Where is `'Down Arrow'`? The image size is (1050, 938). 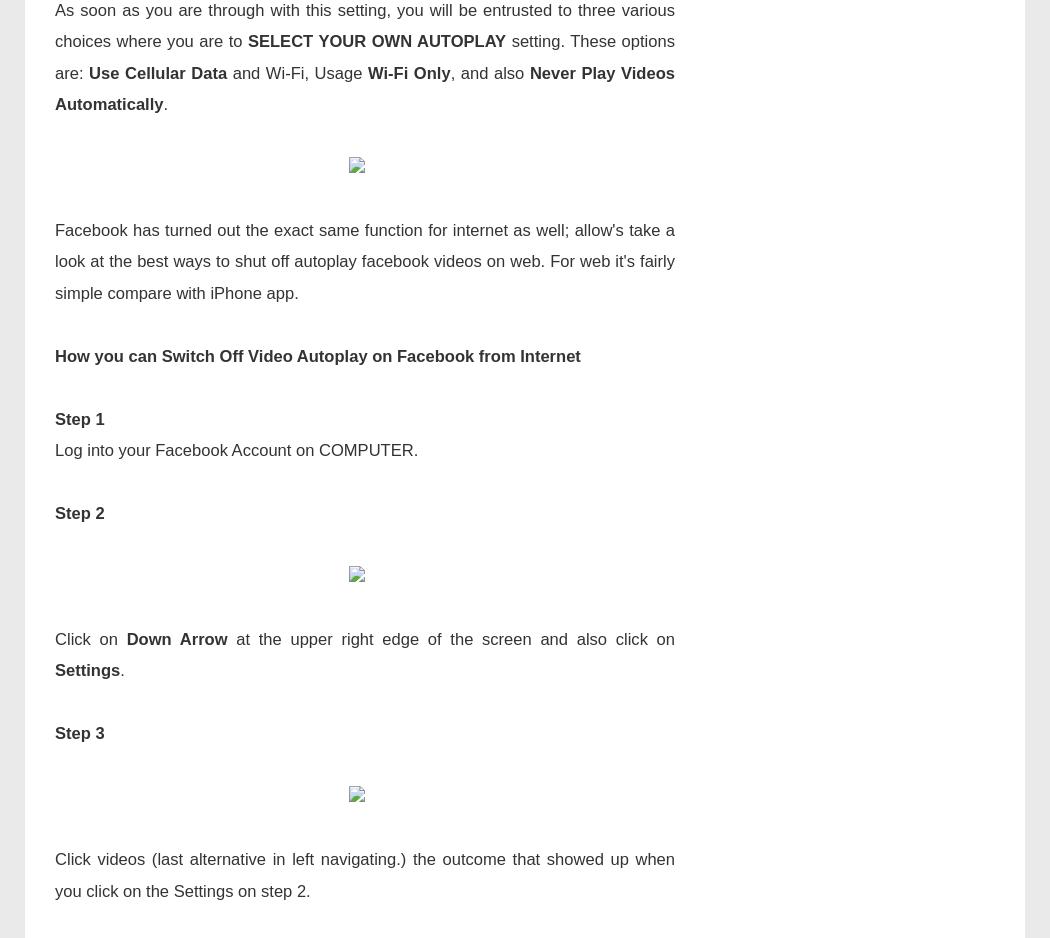
'Down Arrow' is located at coordinates (176, 637).